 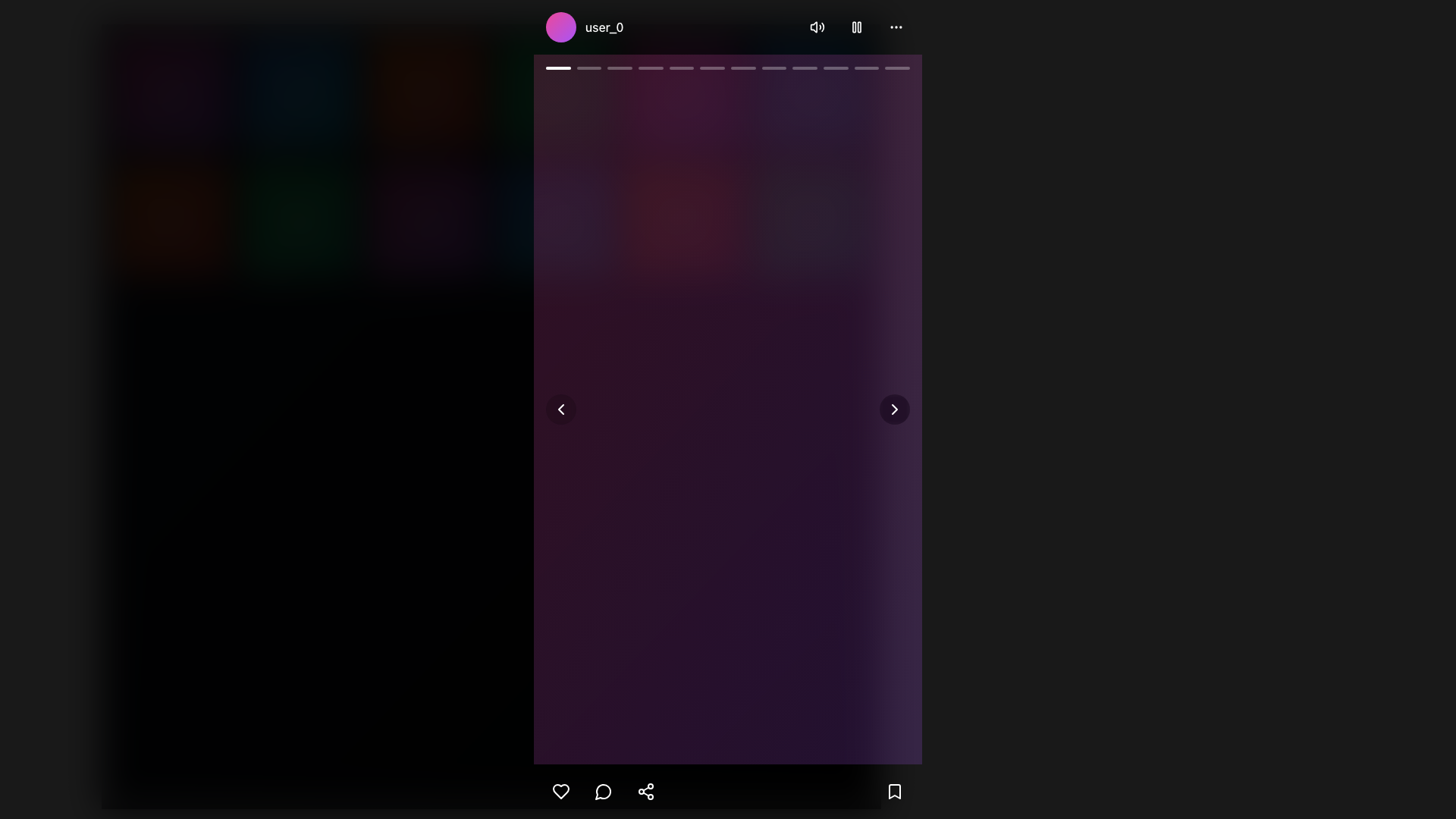 I want to click on the Interactive Card, which is the second item in the second row of the grid layout, so click(x=299, y=222).